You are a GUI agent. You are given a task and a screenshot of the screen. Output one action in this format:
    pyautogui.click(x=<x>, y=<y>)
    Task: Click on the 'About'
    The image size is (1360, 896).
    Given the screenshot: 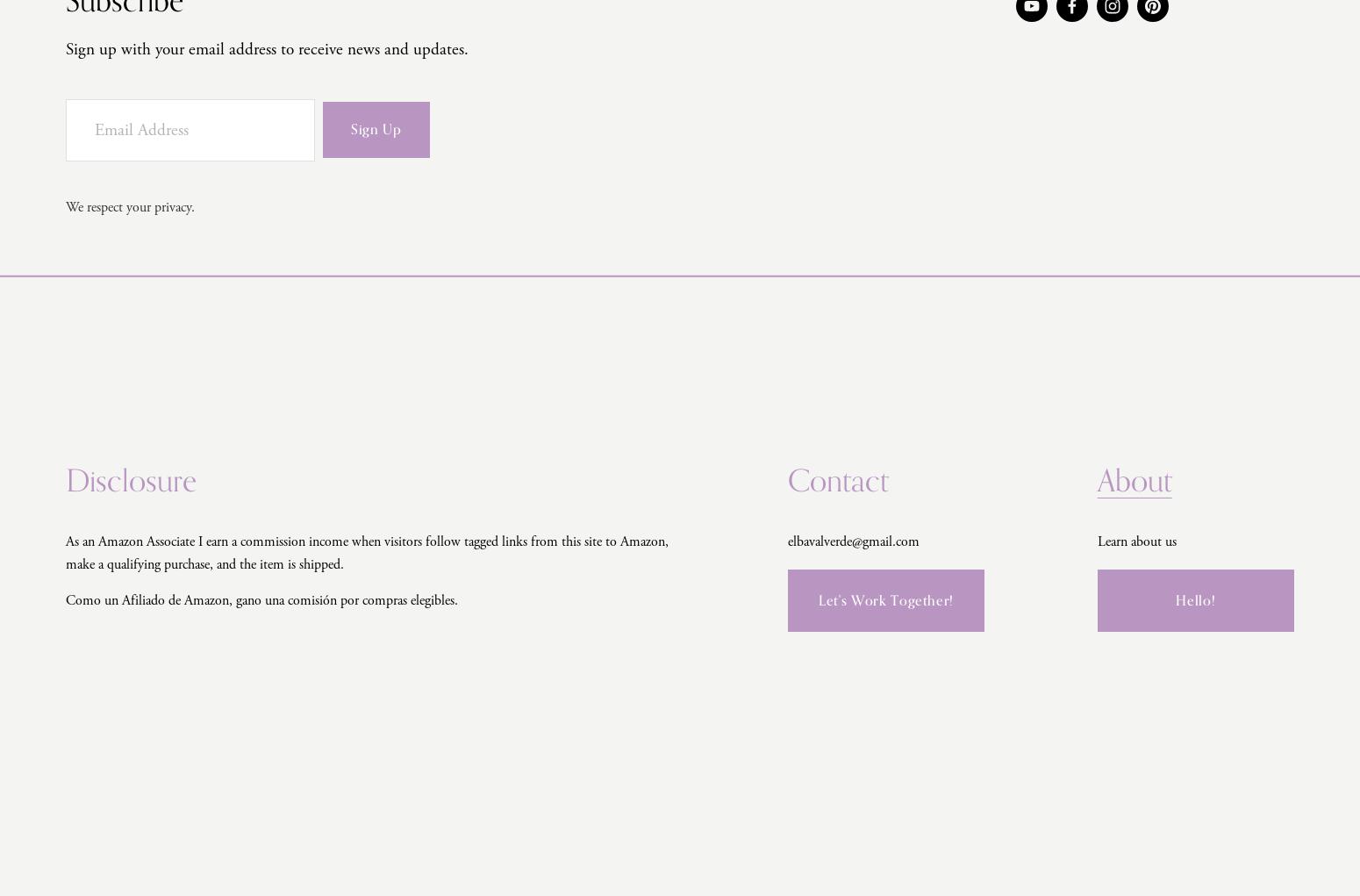 What is the action you would take?
    pyautogui.click(x=1133, y=481)
    